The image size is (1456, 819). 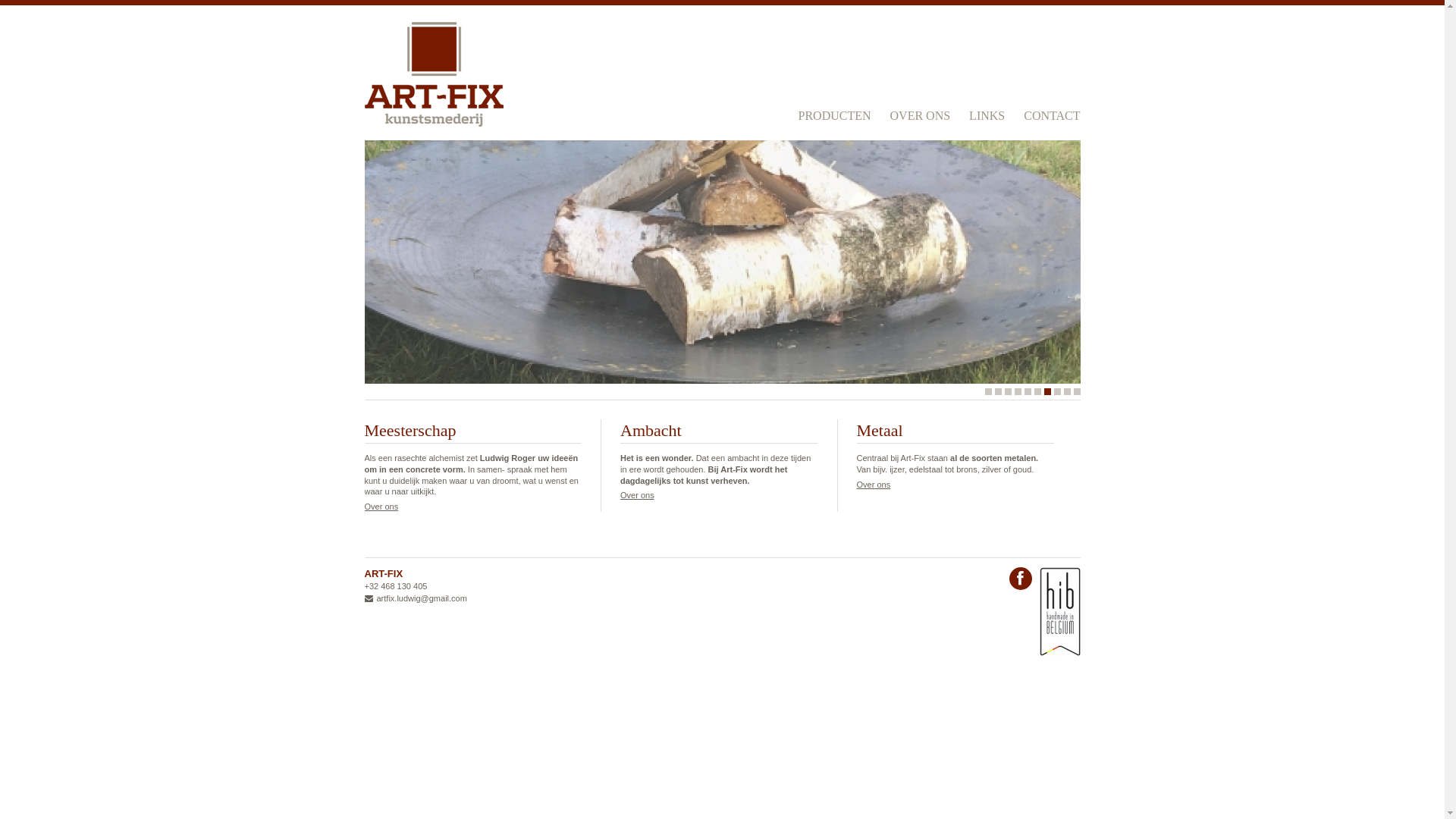 I want to click on 'CONTACT', so click(x=1051, y=114).